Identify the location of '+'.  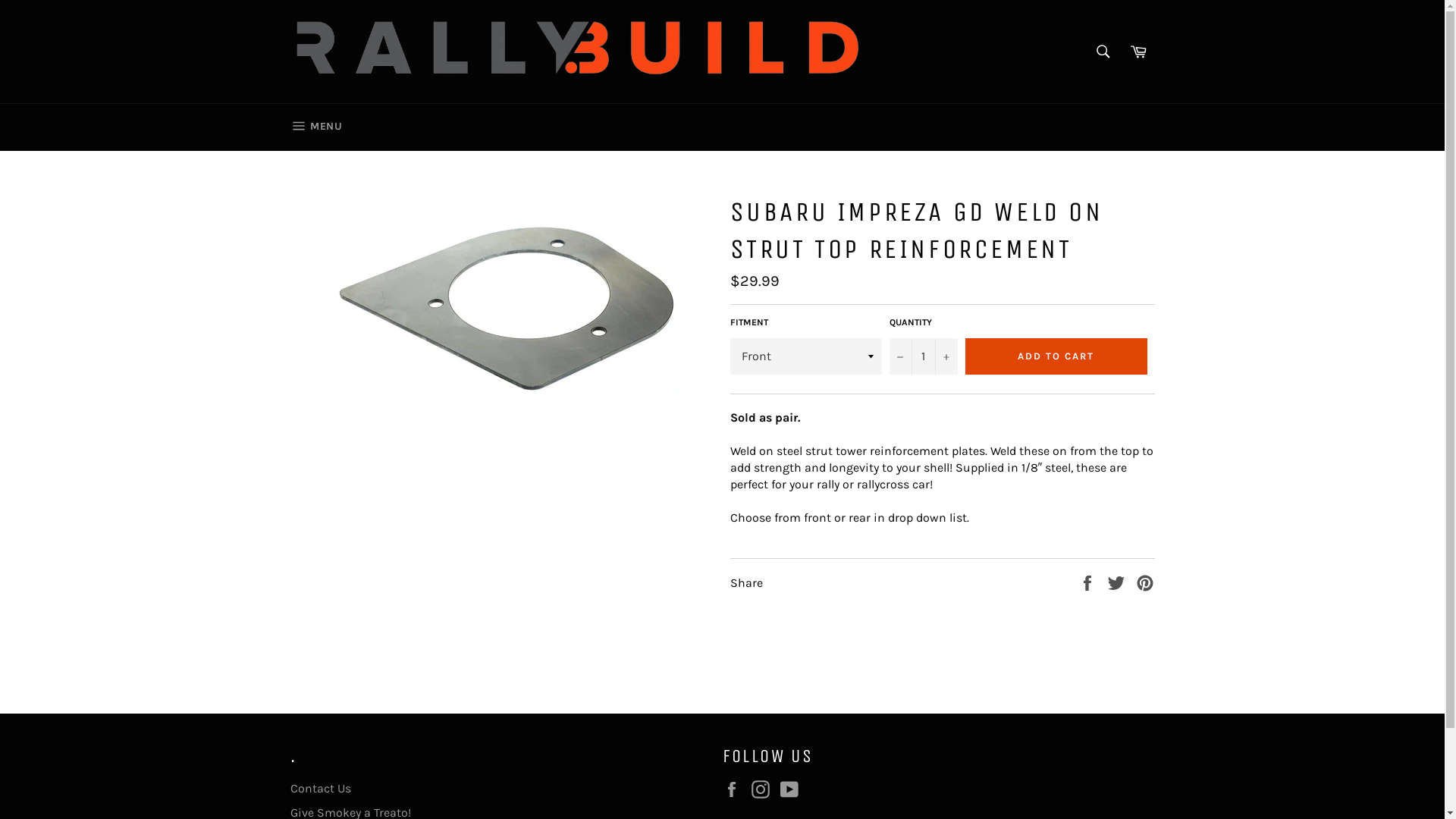
(934, 356).